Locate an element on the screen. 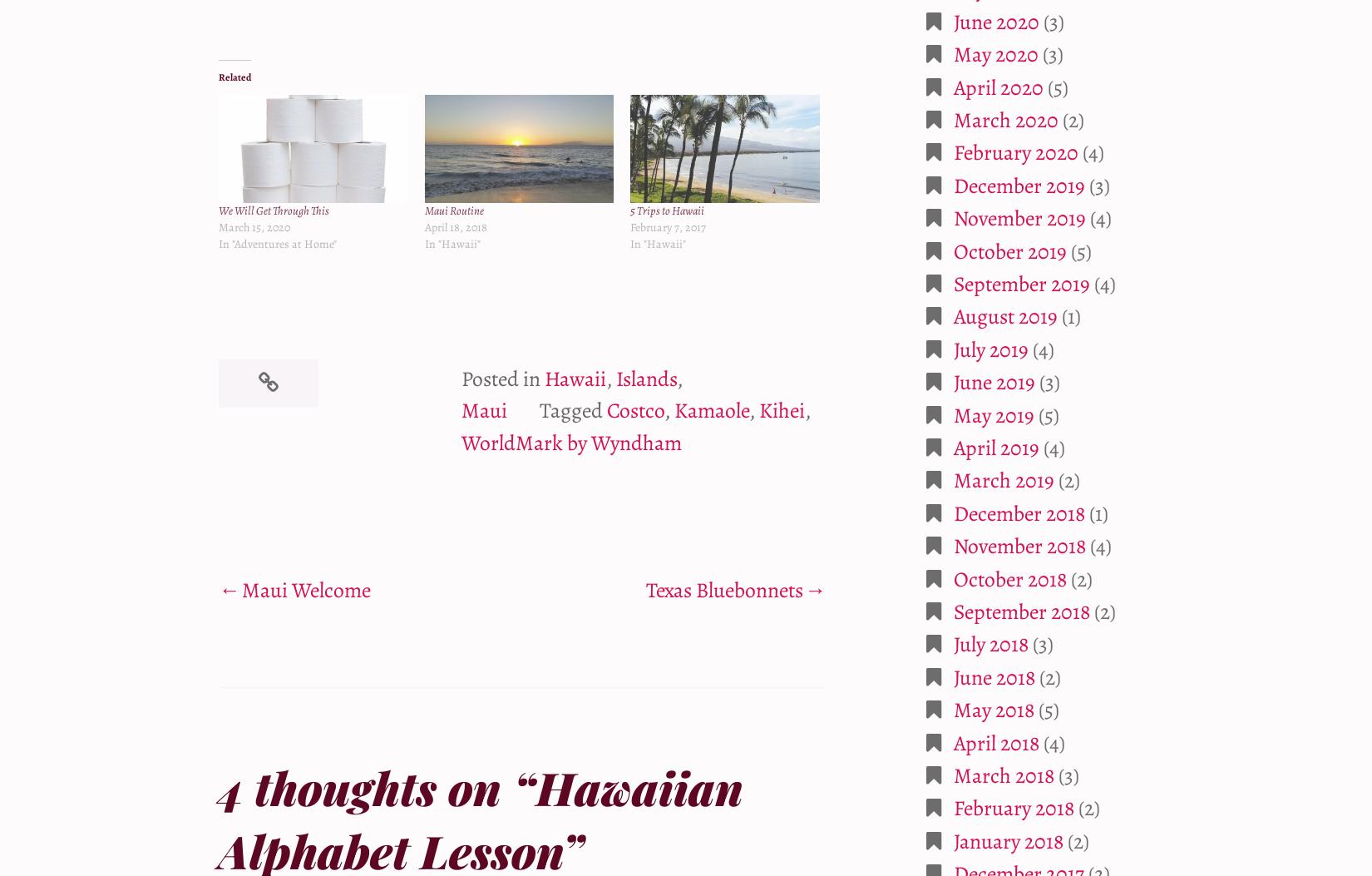 This screenshot has width=1372, height=876. 'August 2019' is located at coordinates (954, 315).